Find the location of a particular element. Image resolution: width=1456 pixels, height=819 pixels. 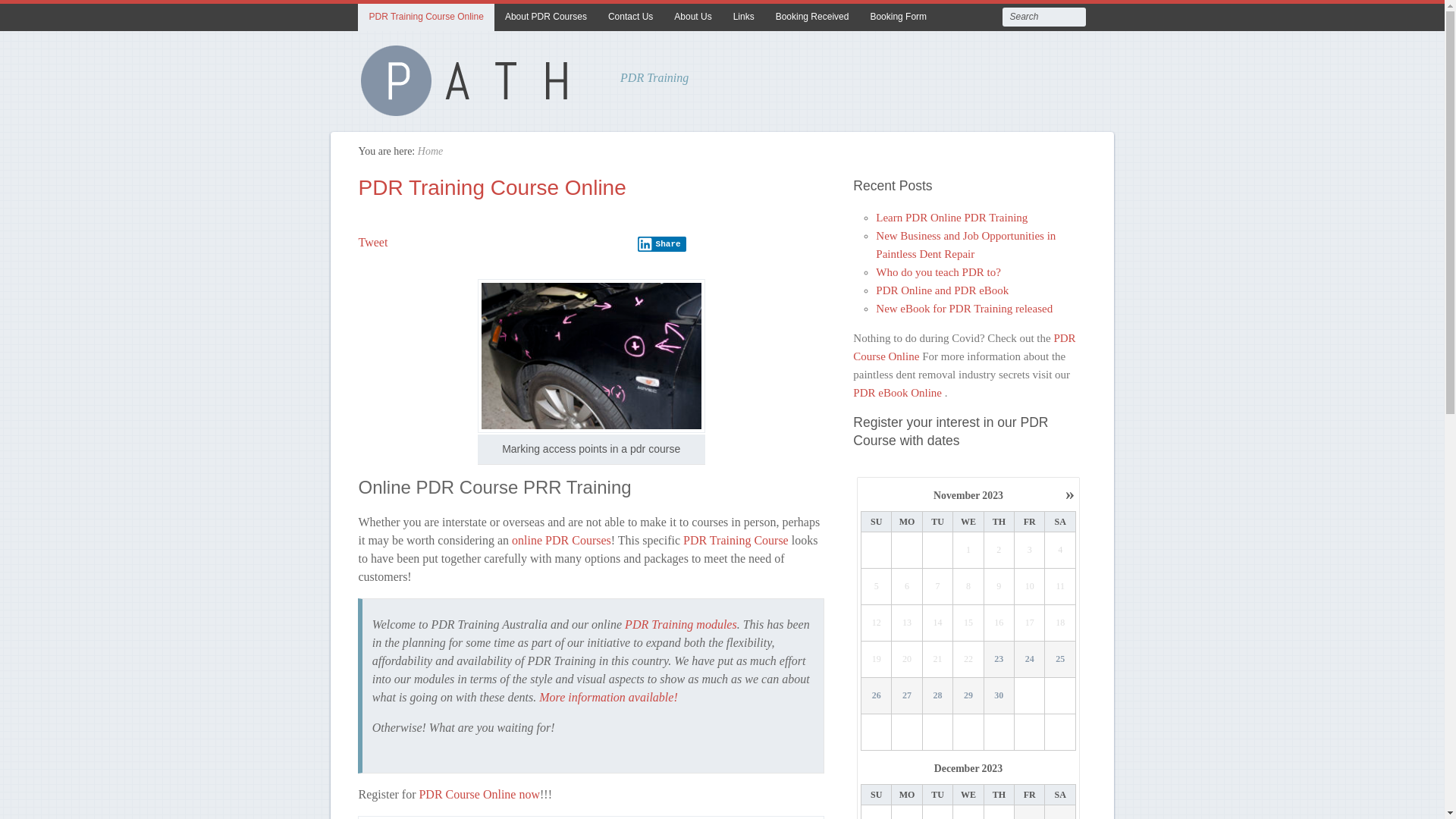

'7' is located at coordinates (937, 586).